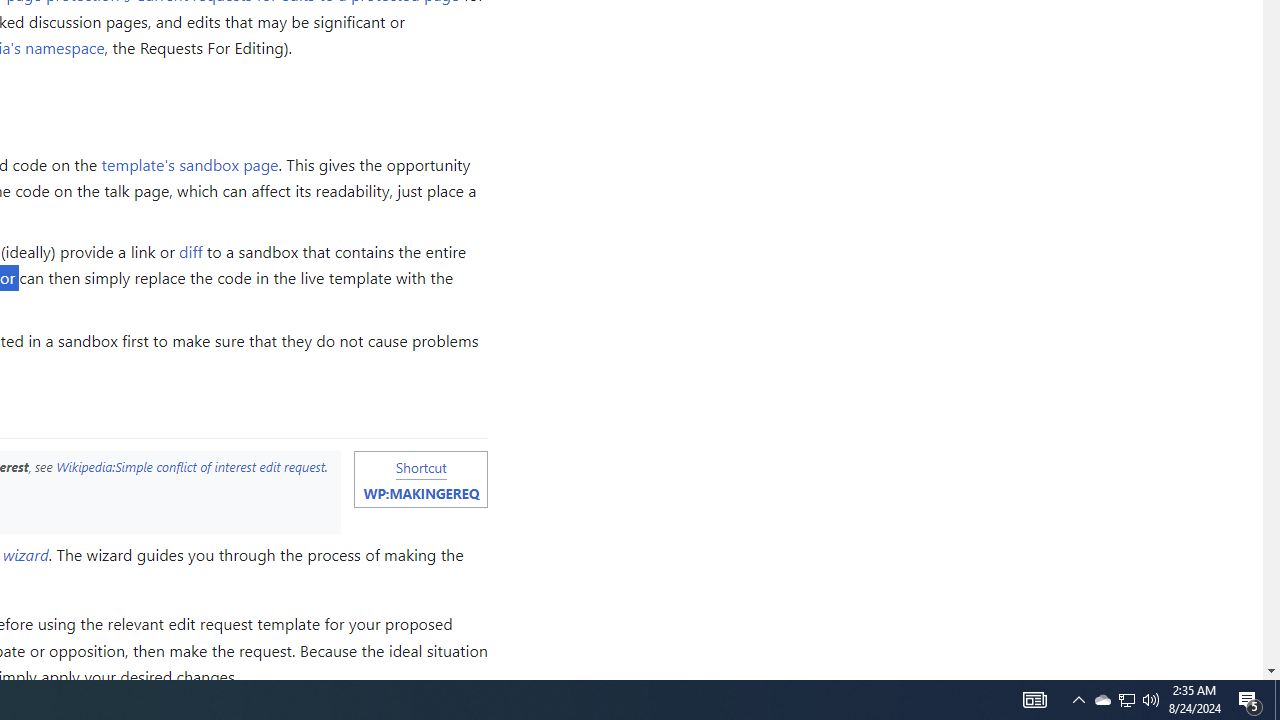 Image resolution: width=1280 pixels, height=720 pixels. I want to click on 'Shortcut', so click(420, 467).